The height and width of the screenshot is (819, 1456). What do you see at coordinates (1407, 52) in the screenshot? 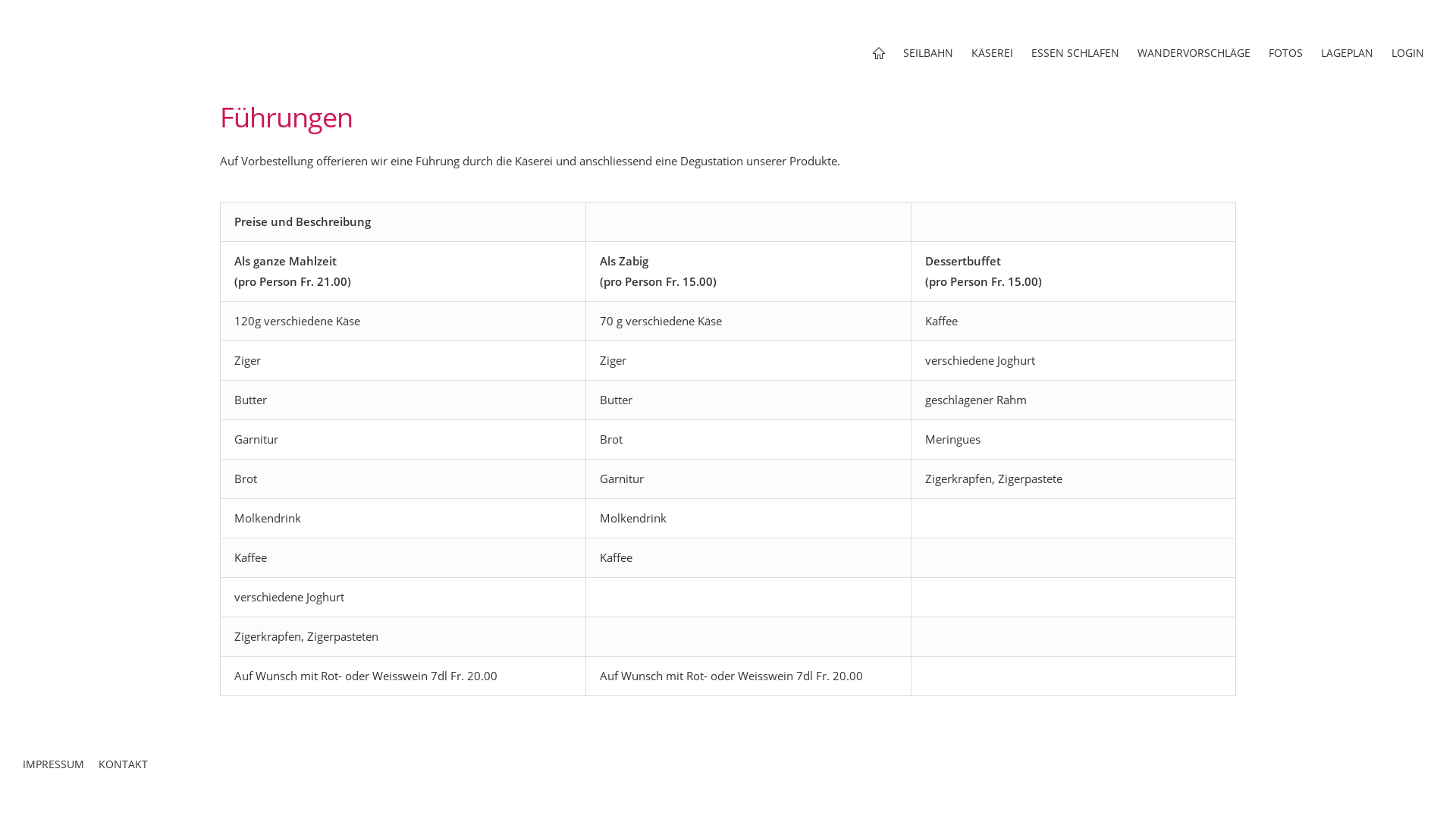
I see `'LOGIN'` at bounding box center [1407, 52].